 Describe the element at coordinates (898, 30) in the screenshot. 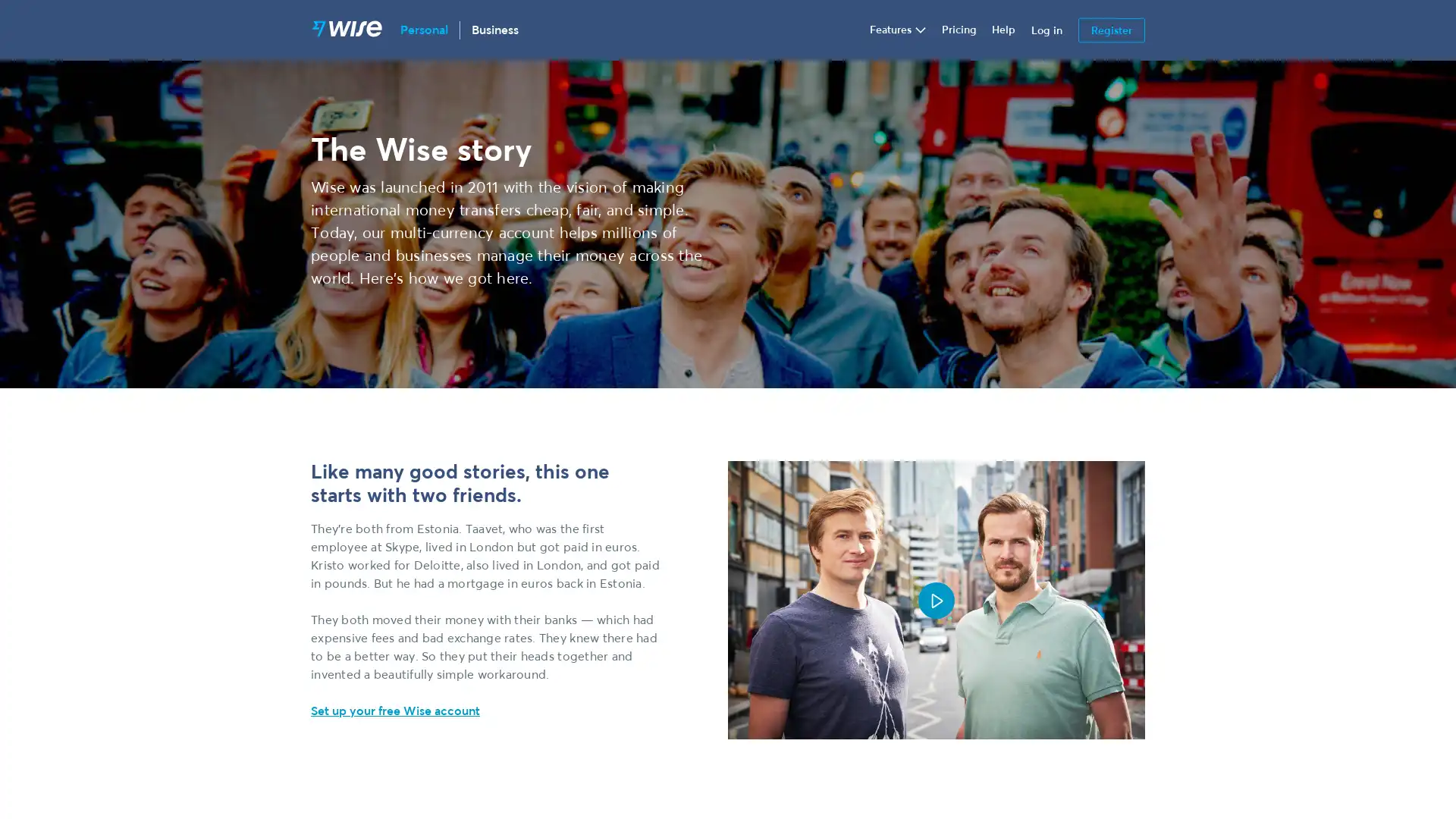

I see `Features` at that location.